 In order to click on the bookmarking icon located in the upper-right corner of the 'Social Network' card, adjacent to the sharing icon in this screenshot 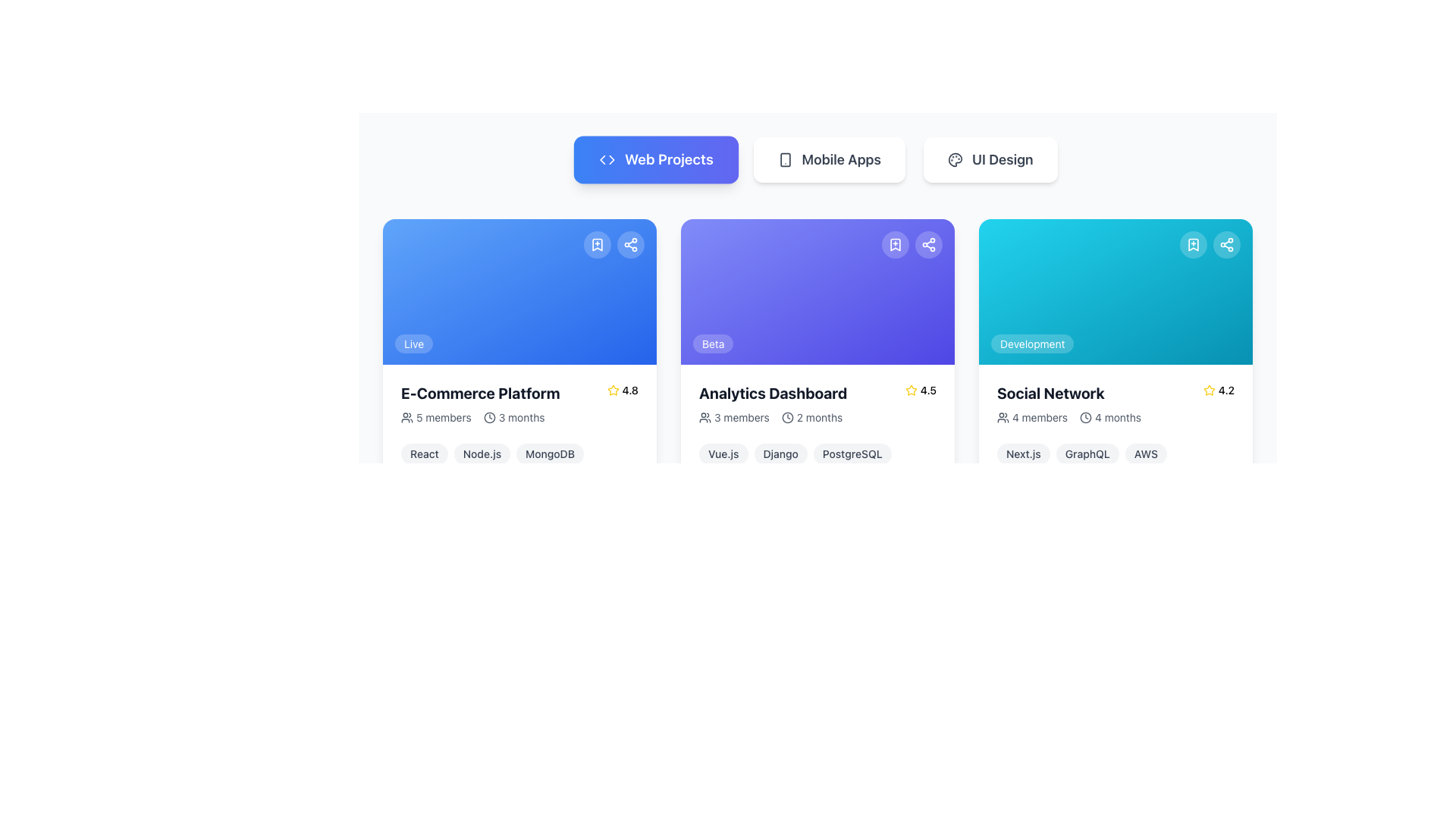, I will do `click(1193, 244)`.